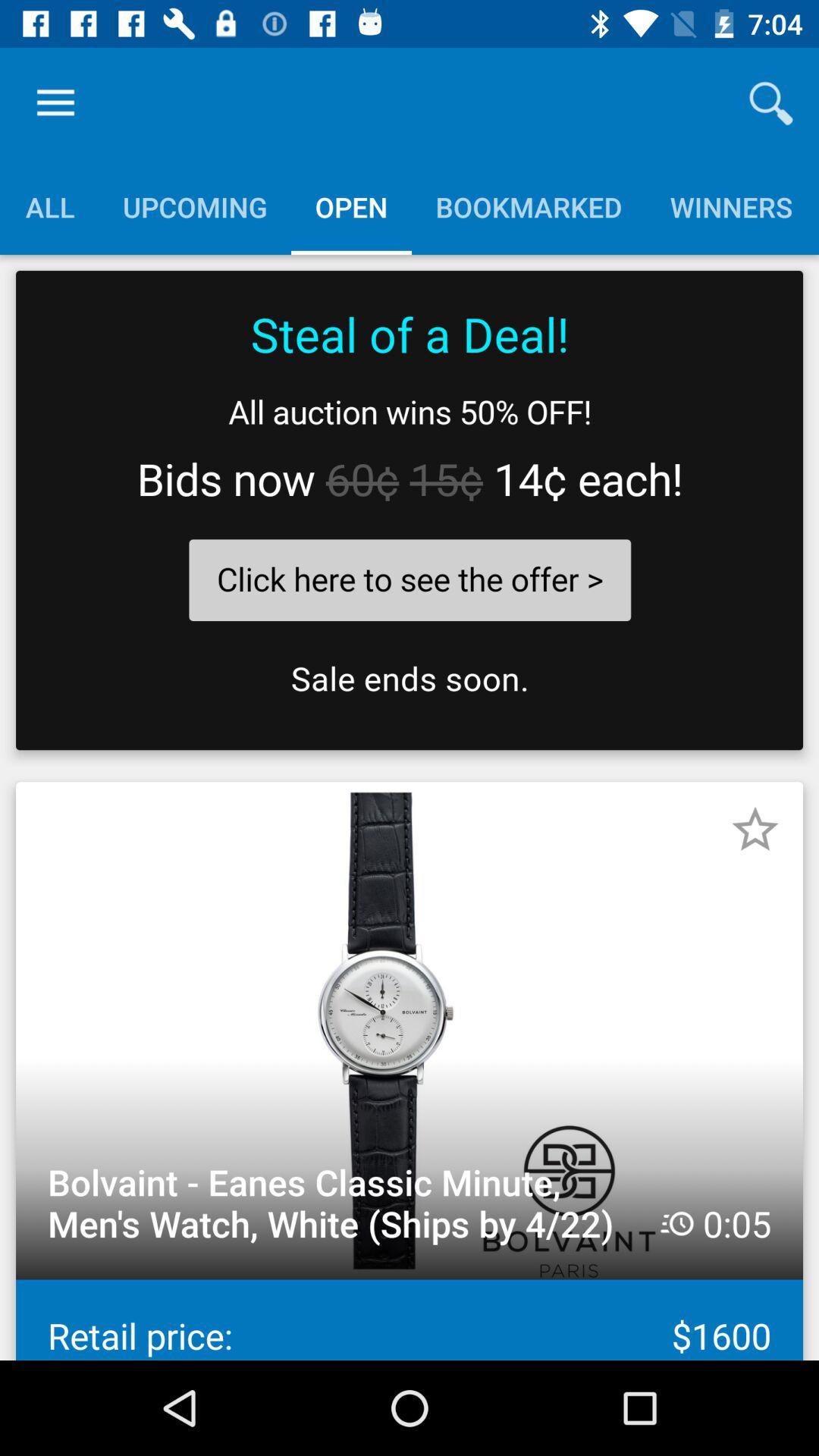 The height and width of the screenshot is (1456, 819). I want to click on from the top all texts which are in blue background, so click(408, 206).